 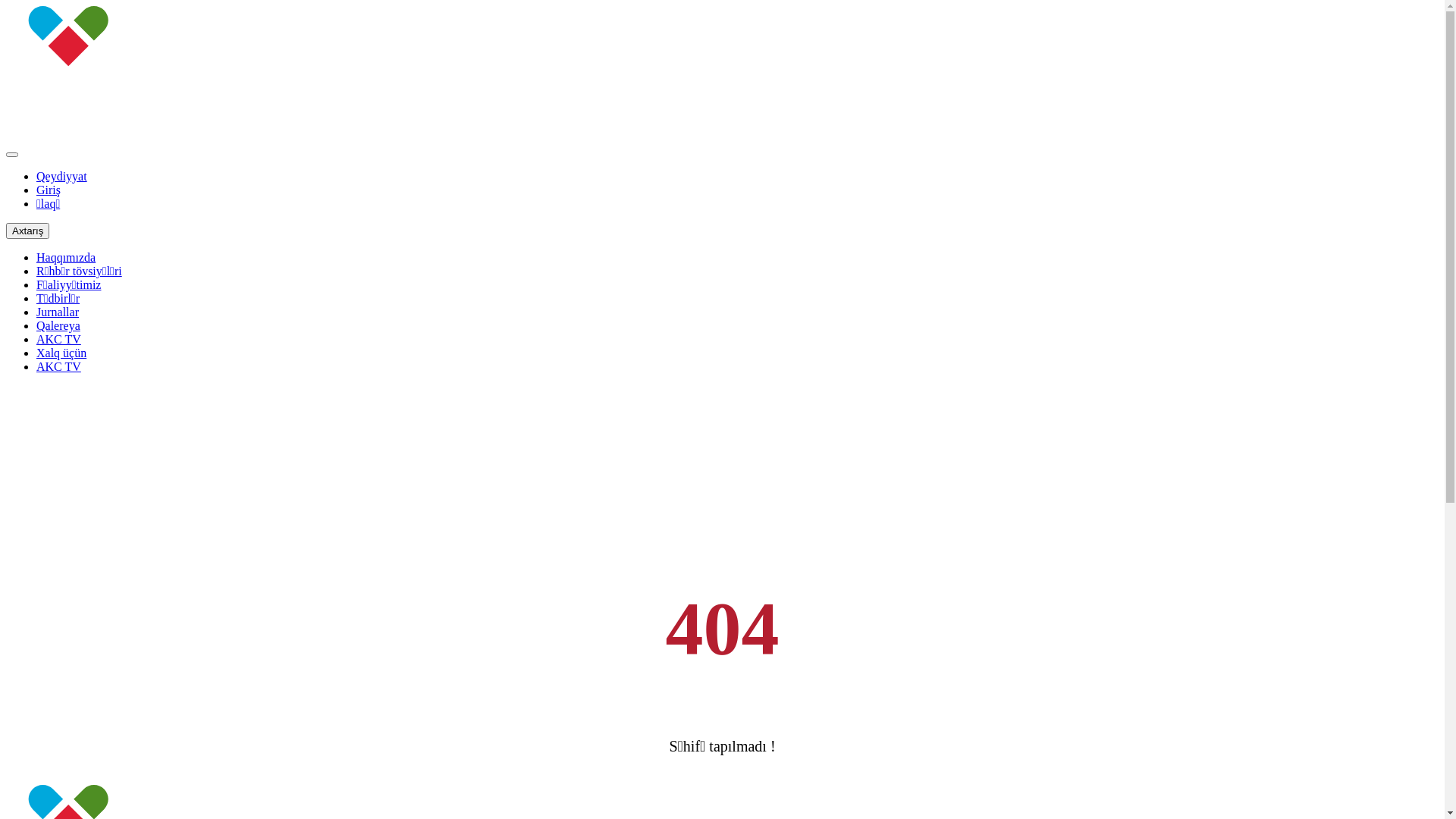 I want to click on 'AKC TV', so click(x=58, y=338).